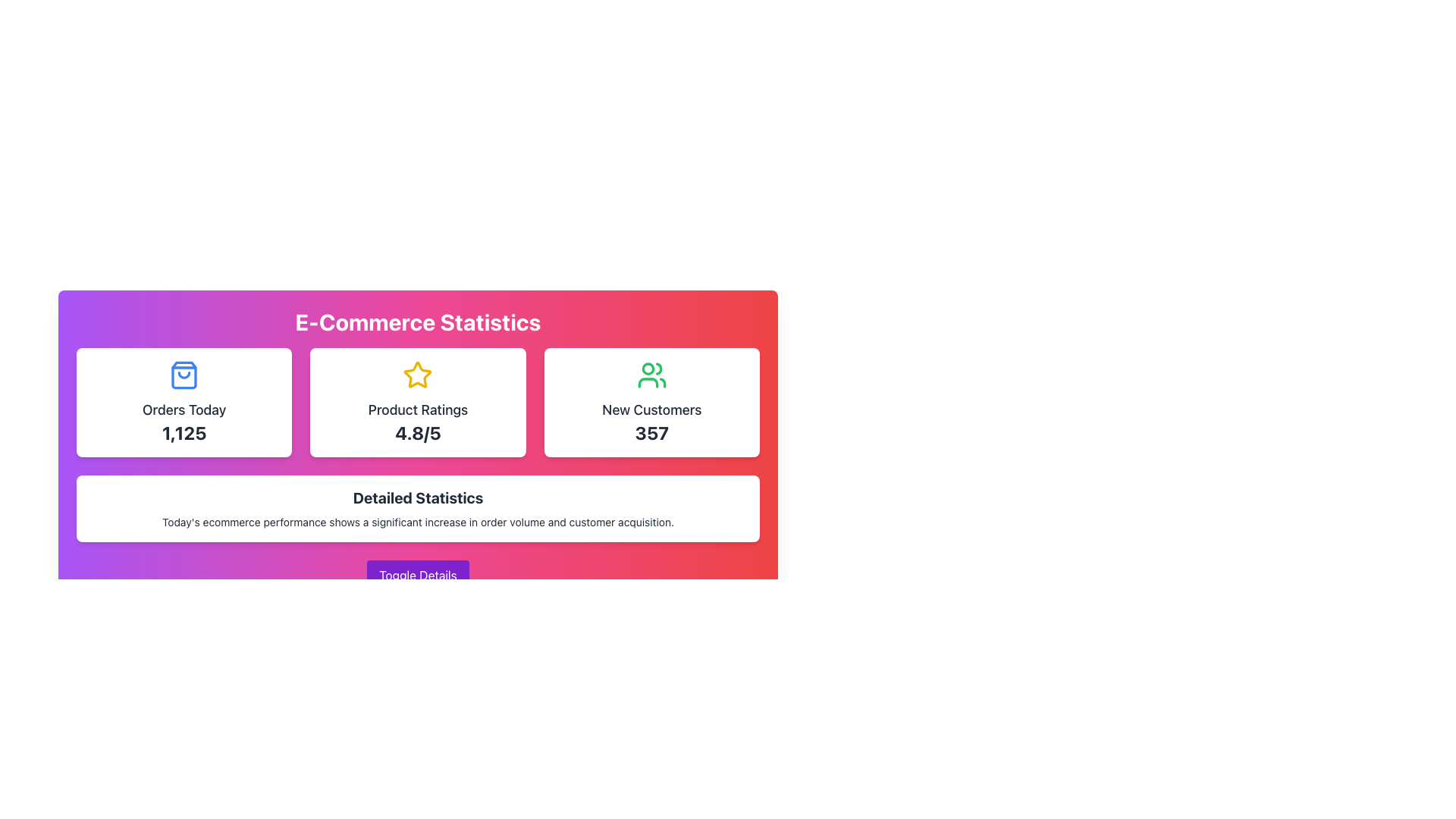  What do you see at coordinates (648, 369) in the screenshot?
I see `the decorative Circle element within the SVG that represents users in the 'New Customers' statistics section` at bounding box center [648, 369].